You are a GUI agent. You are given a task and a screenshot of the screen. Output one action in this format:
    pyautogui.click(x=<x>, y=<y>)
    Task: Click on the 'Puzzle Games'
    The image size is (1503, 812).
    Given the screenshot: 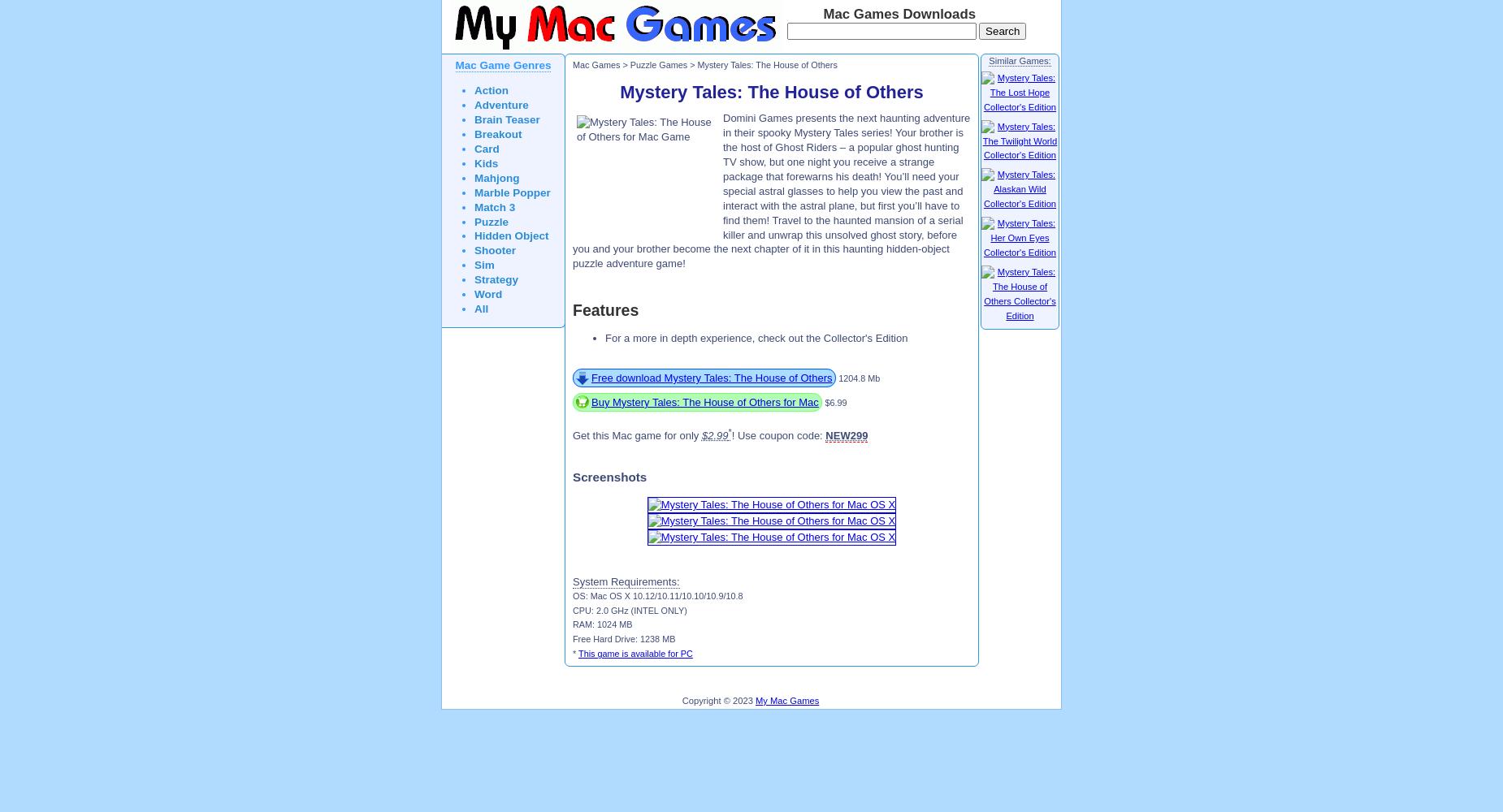 What is the action you would take?
    pyautogui.click(x=658, y=64)
    